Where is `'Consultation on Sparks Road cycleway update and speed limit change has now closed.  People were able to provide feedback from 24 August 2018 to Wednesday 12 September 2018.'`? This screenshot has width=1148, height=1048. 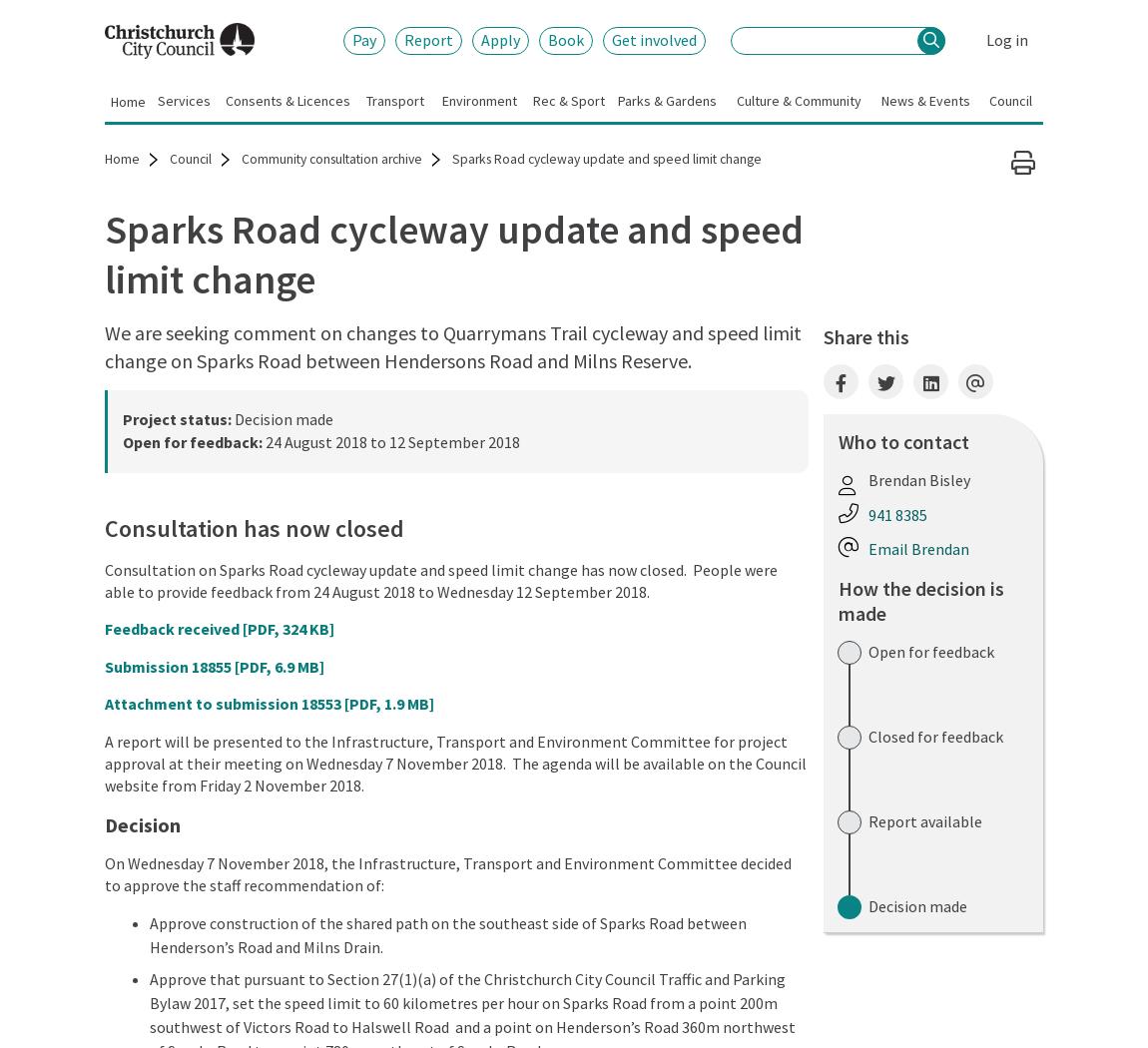 'Consultation on Sparks Road cycleway update and speed limit change has now closed.  People were able to provide feedback from 24 August 2018 to Wednesday 12 September 2018.' is located at coordinates (440, 578).